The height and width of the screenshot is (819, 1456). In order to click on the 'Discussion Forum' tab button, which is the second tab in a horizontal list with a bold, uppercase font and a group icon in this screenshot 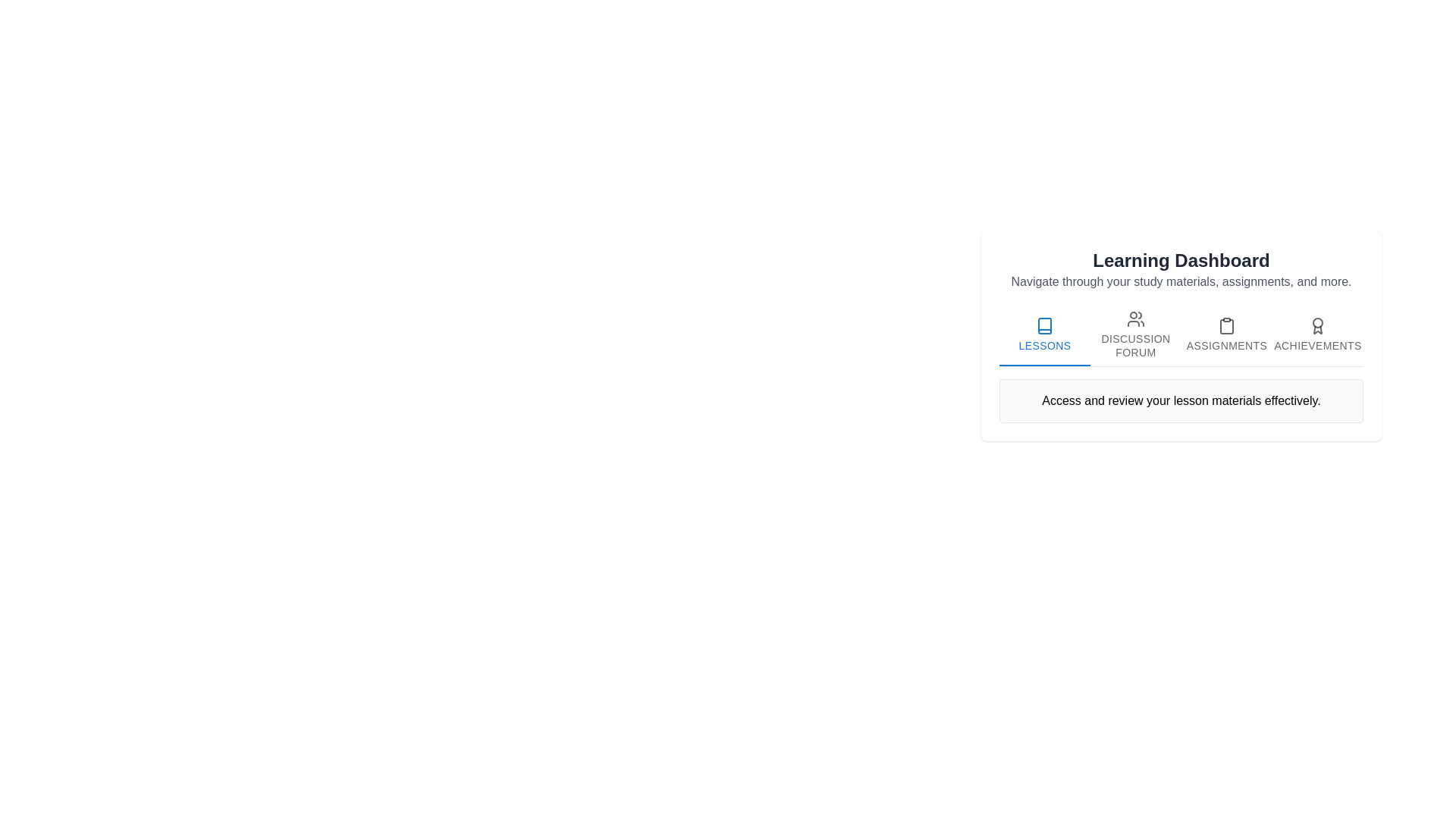, I will do `click(1135, 333)`.